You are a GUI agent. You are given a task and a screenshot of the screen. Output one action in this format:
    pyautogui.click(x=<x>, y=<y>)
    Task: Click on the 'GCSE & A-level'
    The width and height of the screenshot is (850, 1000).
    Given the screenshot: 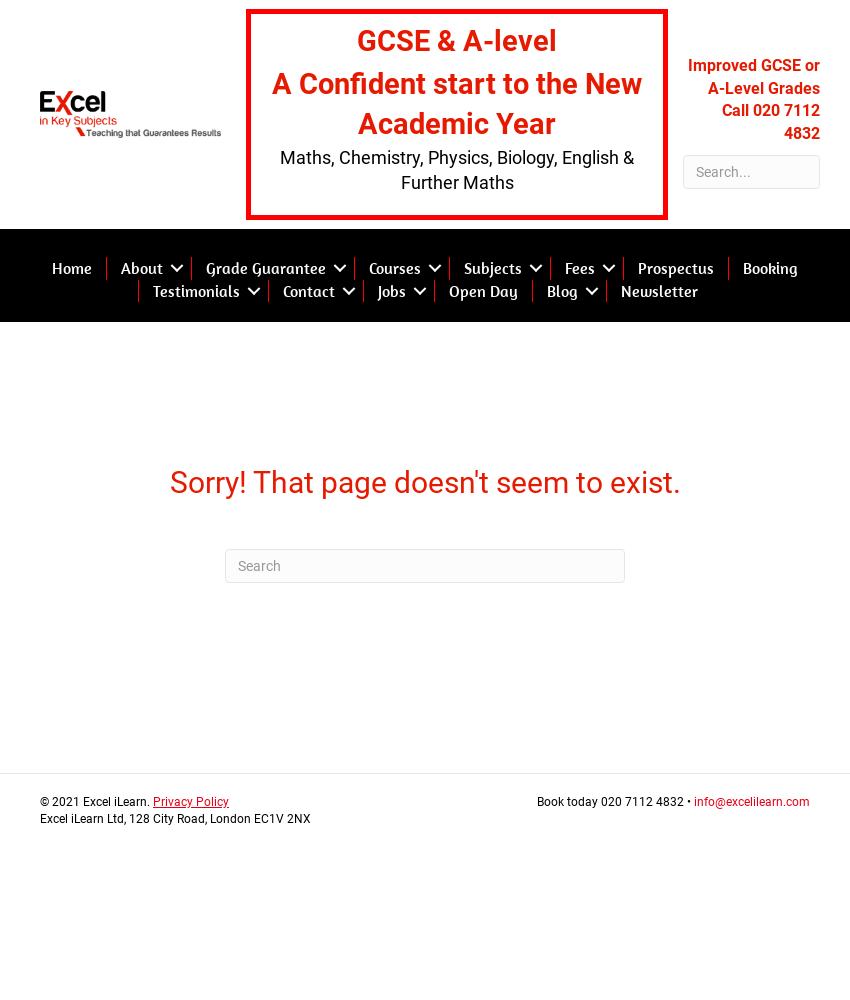 What is the action you would take?
    pyautogui.click(x=455, y=41)
    